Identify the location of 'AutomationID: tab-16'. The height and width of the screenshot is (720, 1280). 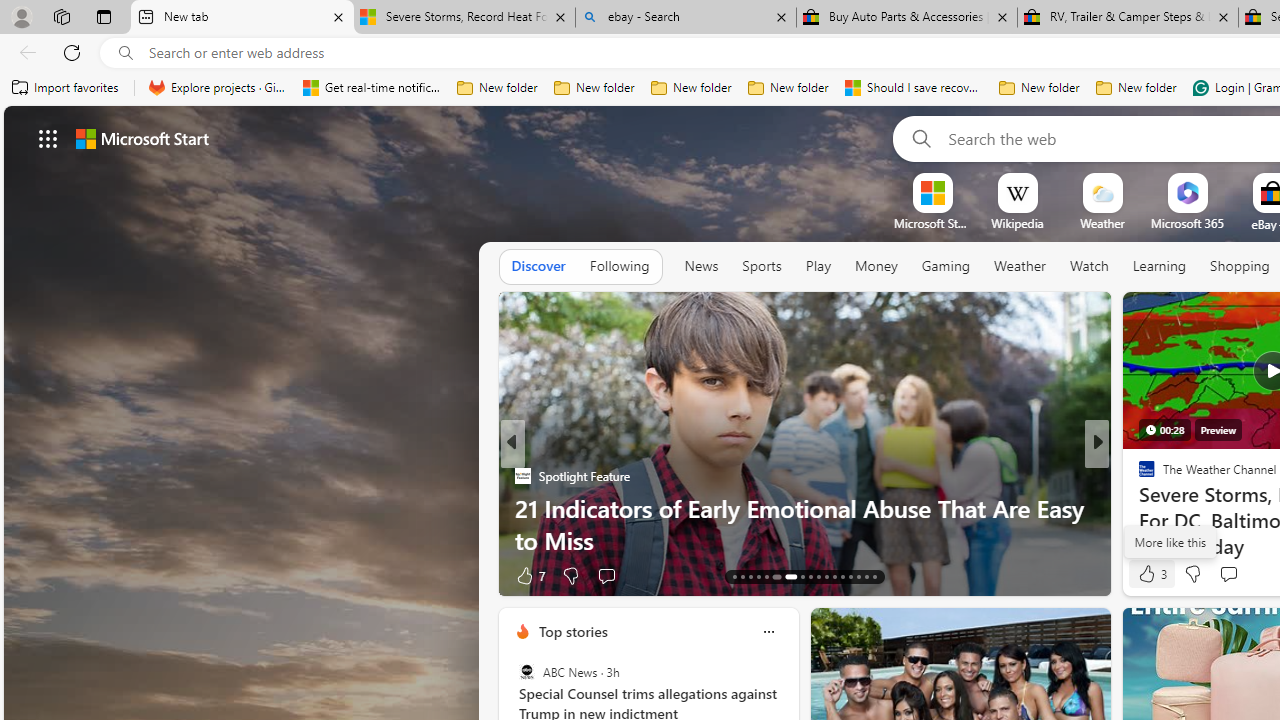
(757, 577).